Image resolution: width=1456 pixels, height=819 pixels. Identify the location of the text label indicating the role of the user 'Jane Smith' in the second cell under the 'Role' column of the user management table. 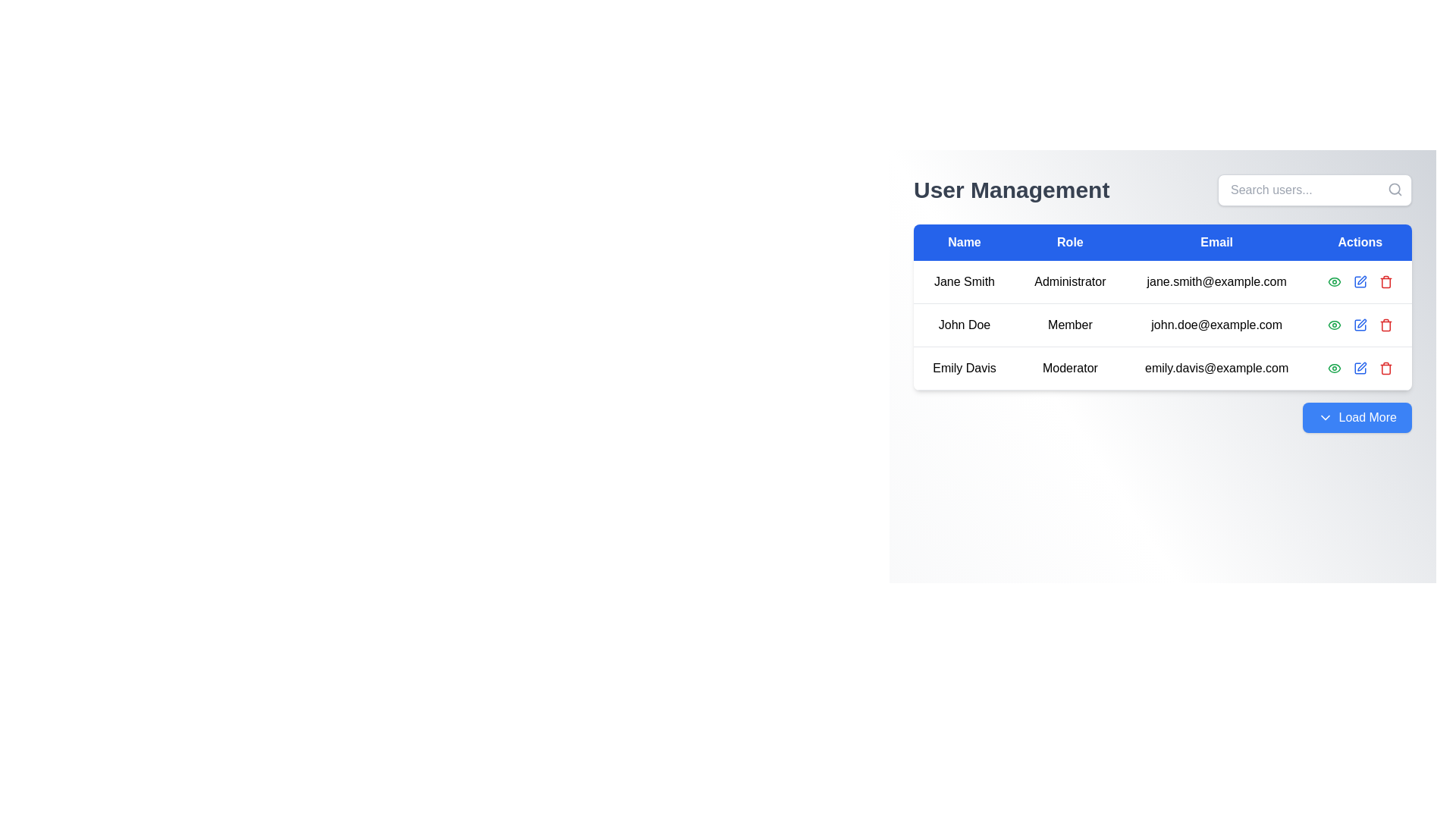
(1069, 282).